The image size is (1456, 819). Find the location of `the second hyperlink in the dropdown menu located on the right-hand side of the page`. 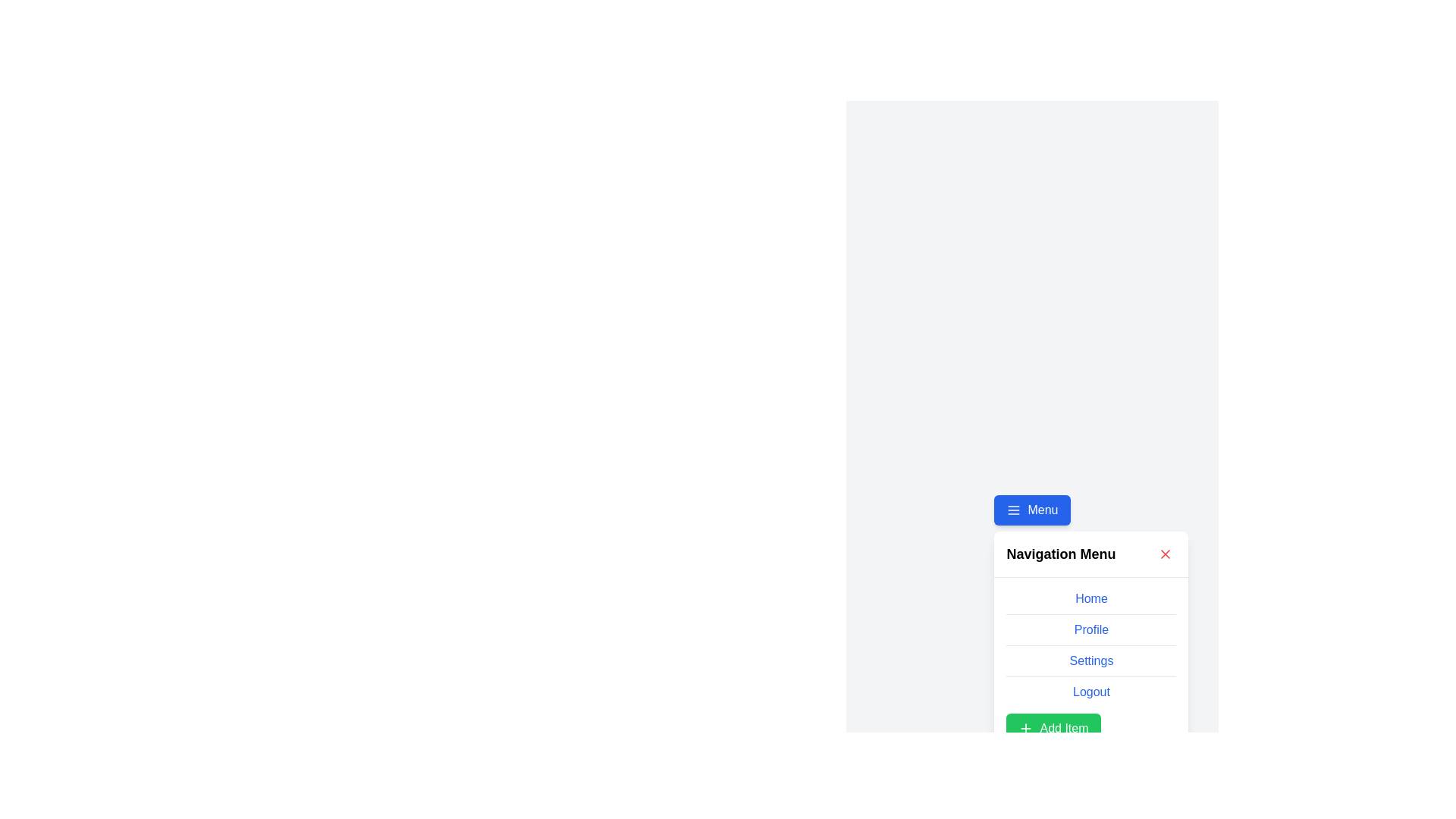

the second hyperlink in the dropdown menu located on the right-hand side of the page is located at coordinates (1090, 637).